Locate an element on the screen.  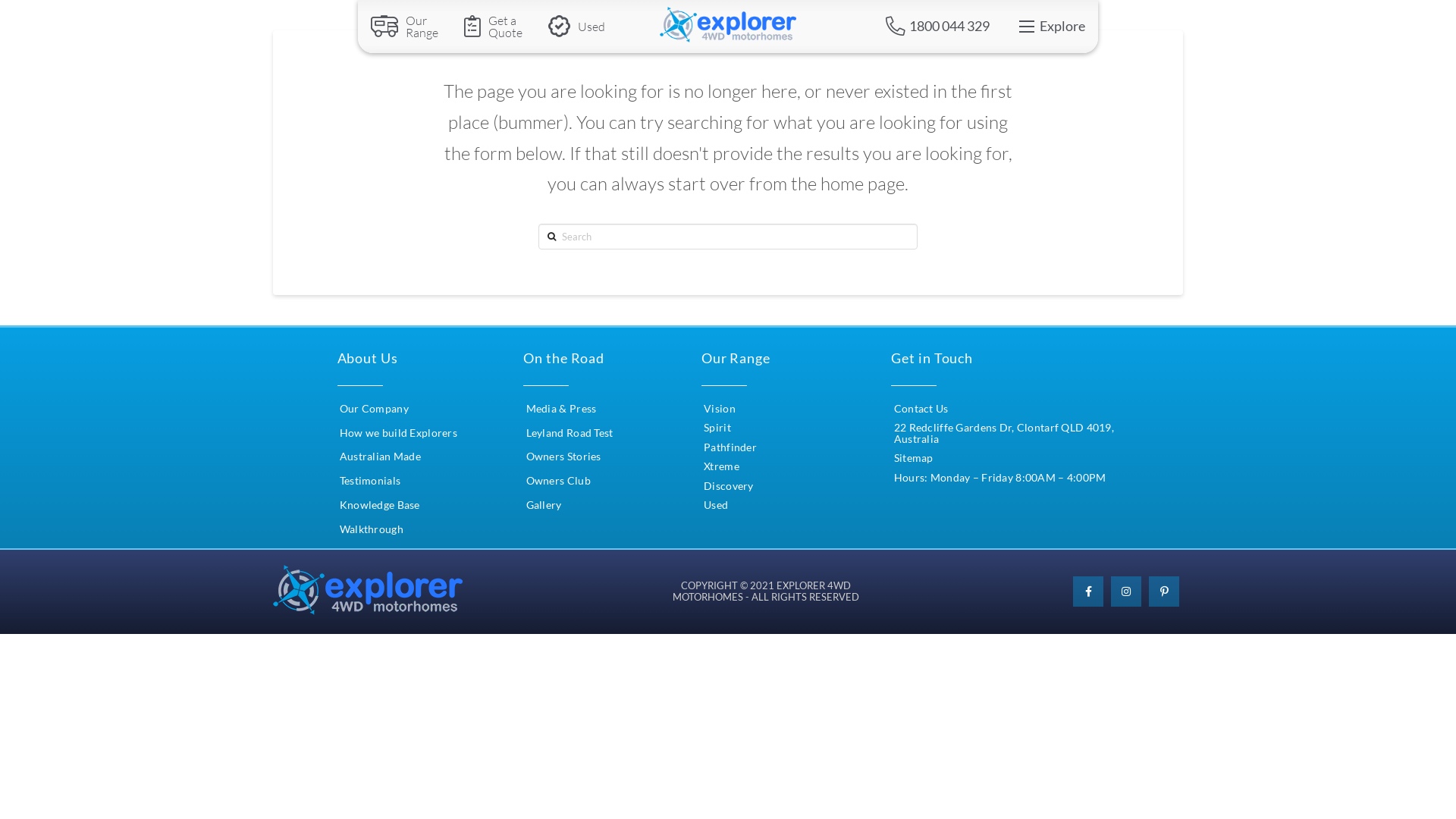
'Walkthrough' is located at coordinates (371, 529).